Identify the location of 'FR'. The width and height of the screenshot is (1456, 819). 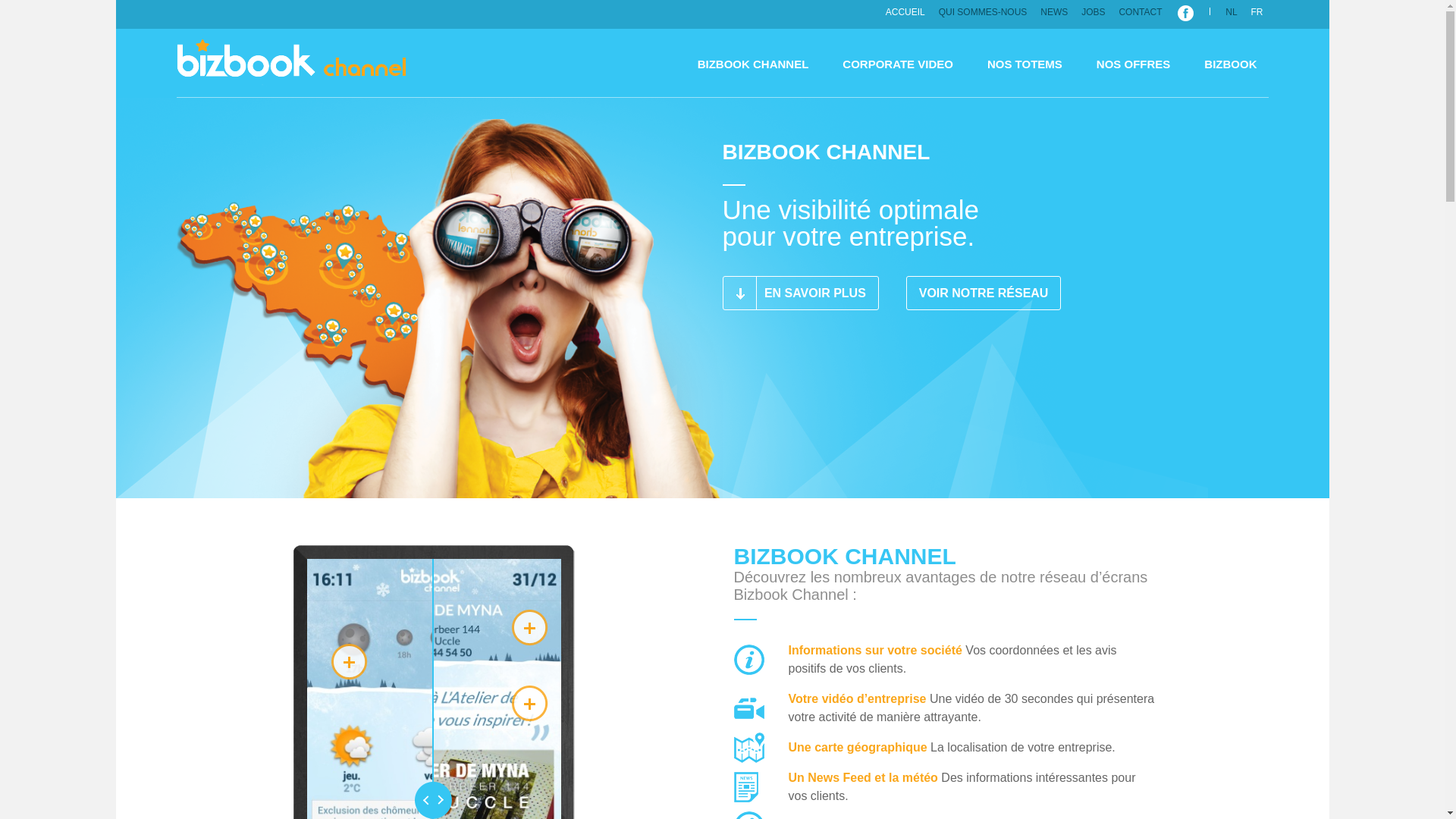
(1257, 11).